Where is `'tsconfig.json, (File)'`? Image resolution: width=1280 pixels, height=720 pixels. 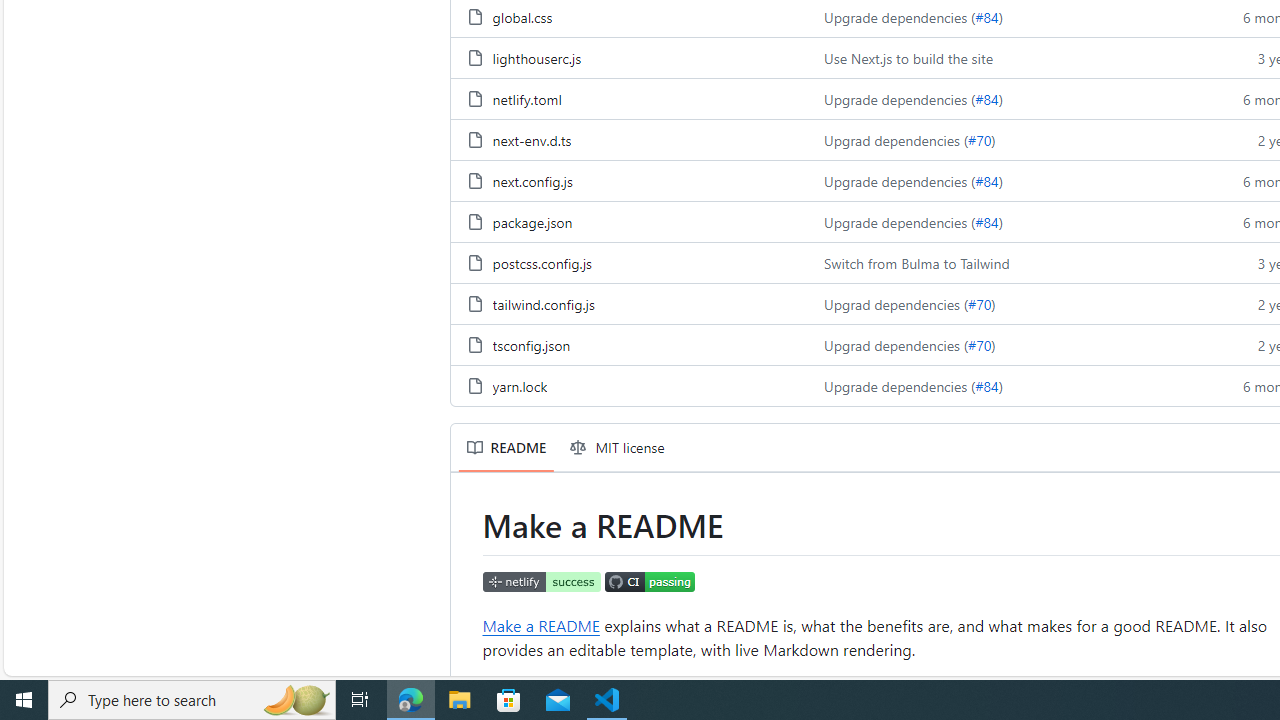 'tsconfig.json, (File)' is located at coordinates (531, 343).